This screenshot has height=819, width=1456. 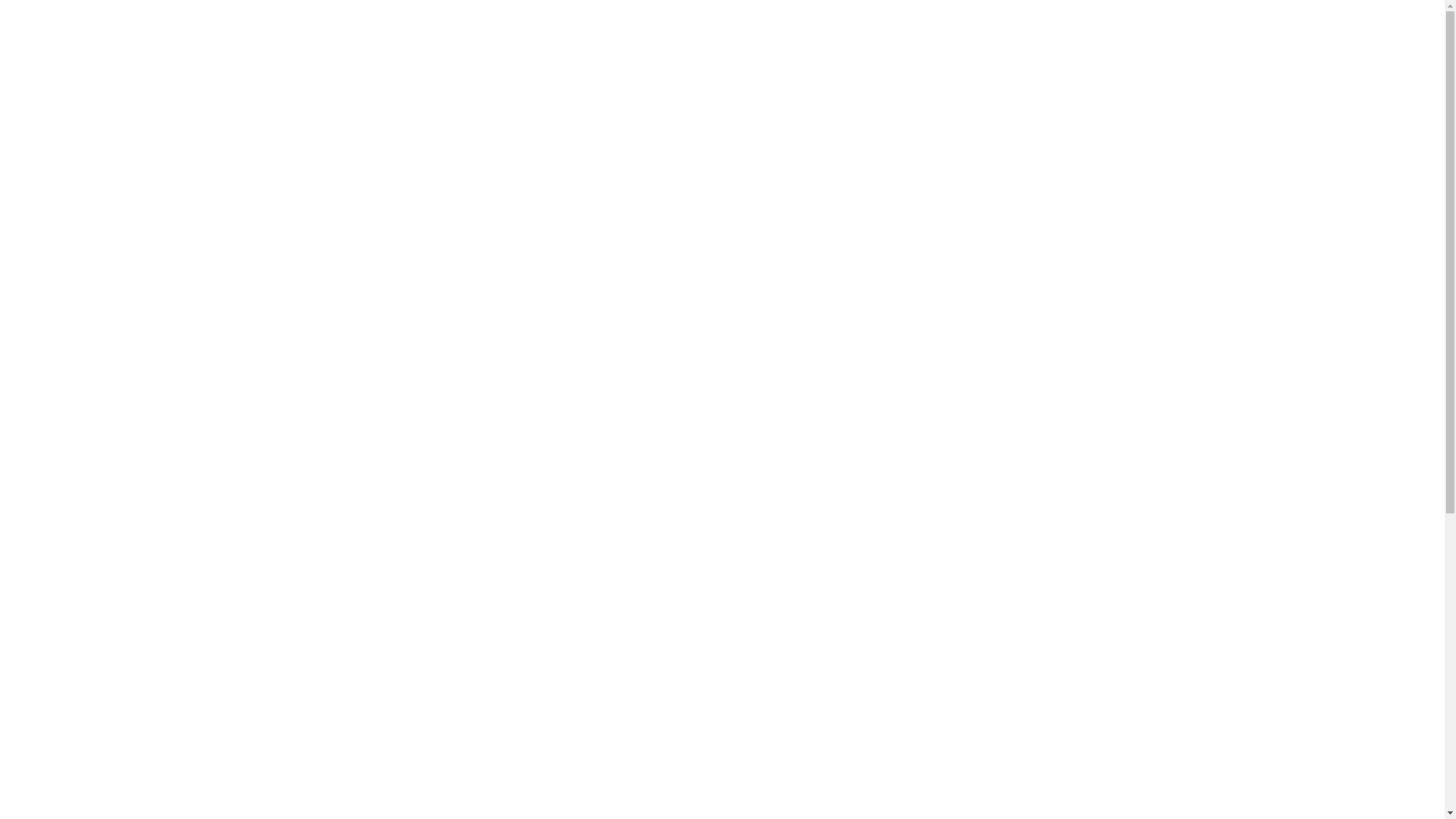 I want to click on 'Home', so click(x=51, y=93).